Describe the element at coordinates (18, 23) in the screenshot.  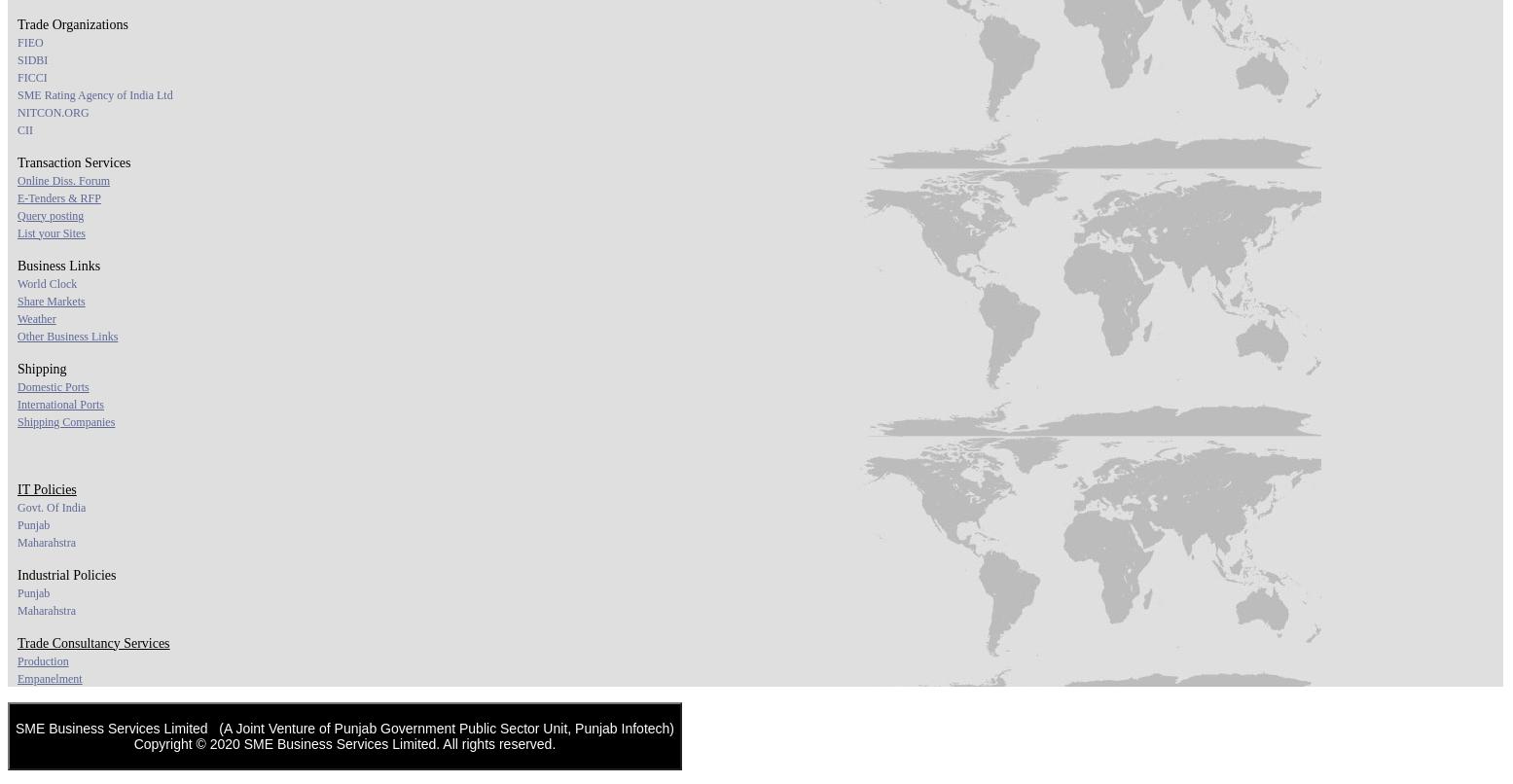
I see `'Trade Organizations'` at that location.